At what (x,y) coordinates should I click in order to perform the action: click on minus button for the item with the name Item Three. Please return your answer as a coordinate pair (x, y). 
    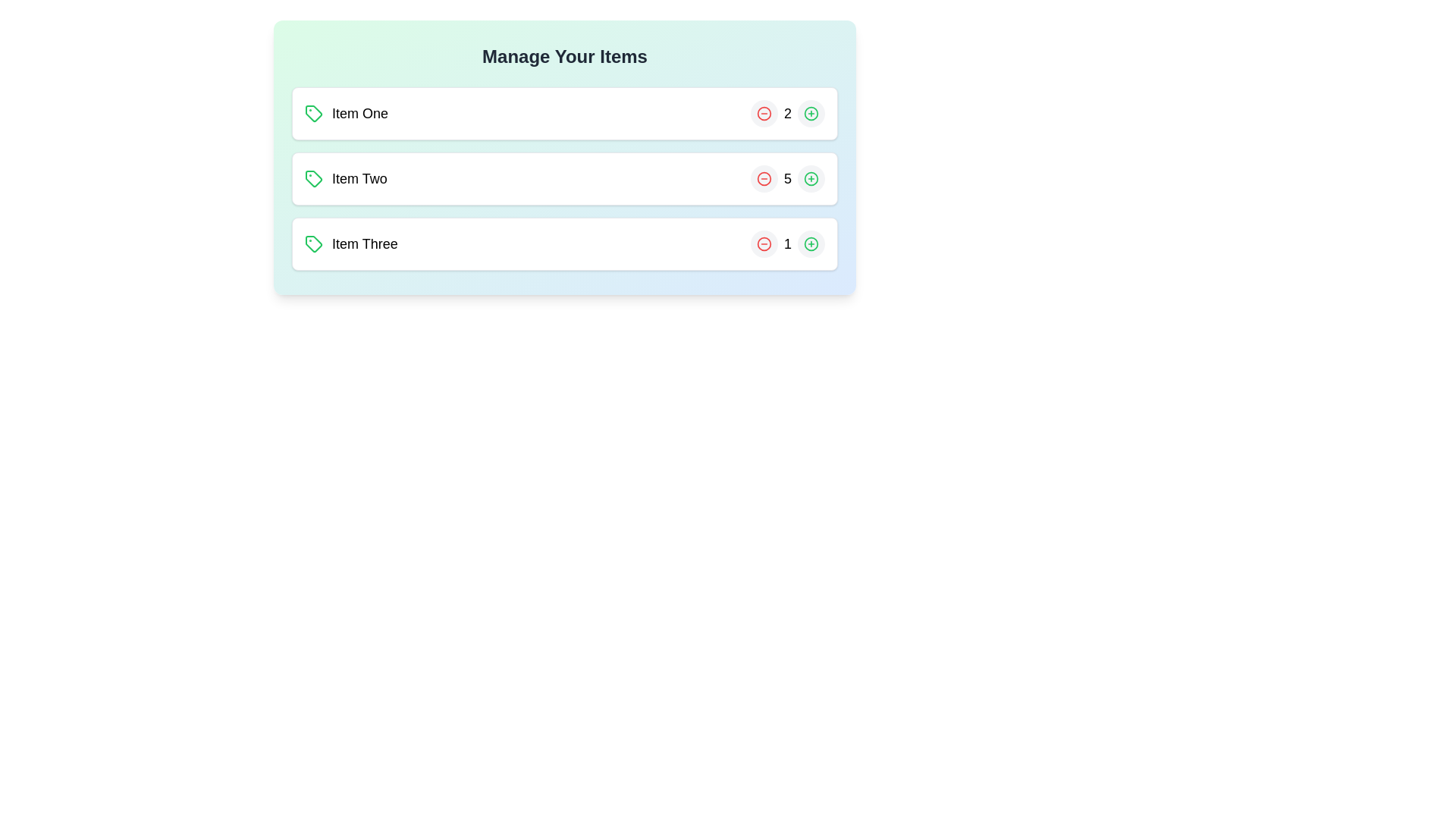
    Looking at the image, I should click on (764, 243).